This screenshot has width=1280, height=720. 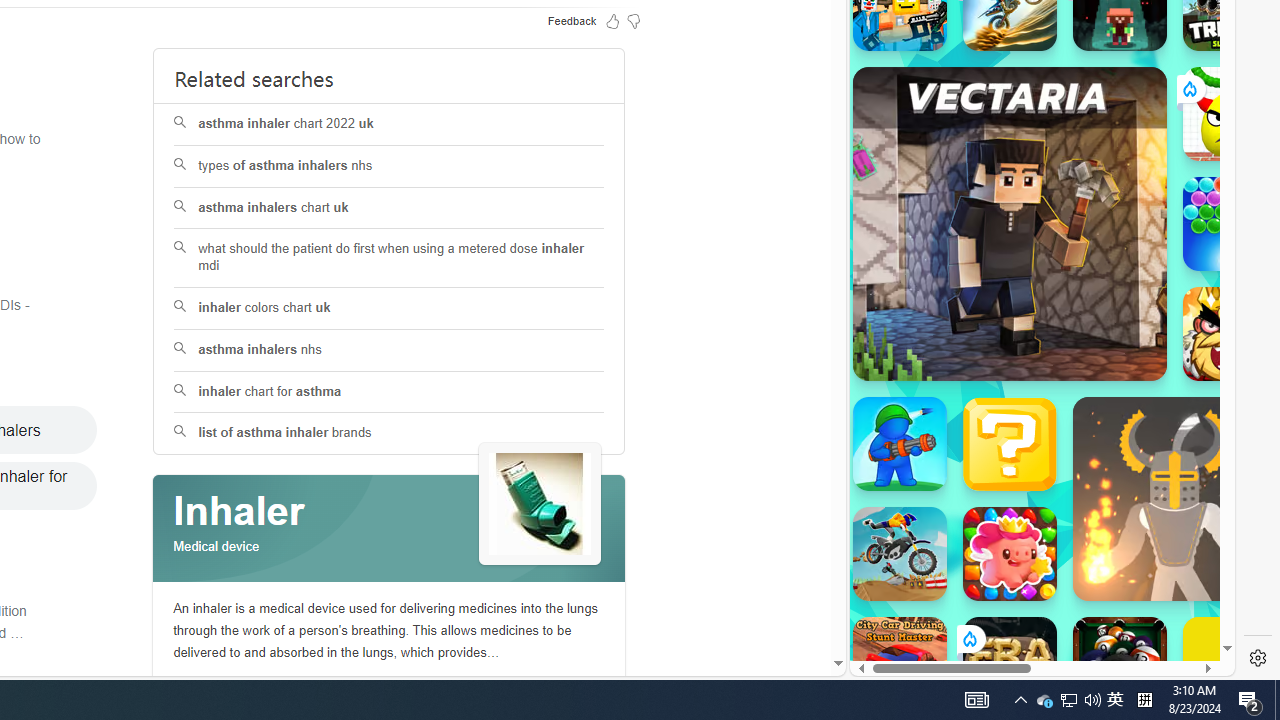 What do you see at coordinates (633, 20) in the screenshot?
I see `'Feedback Dislike'` at bounding box center [633, 20].